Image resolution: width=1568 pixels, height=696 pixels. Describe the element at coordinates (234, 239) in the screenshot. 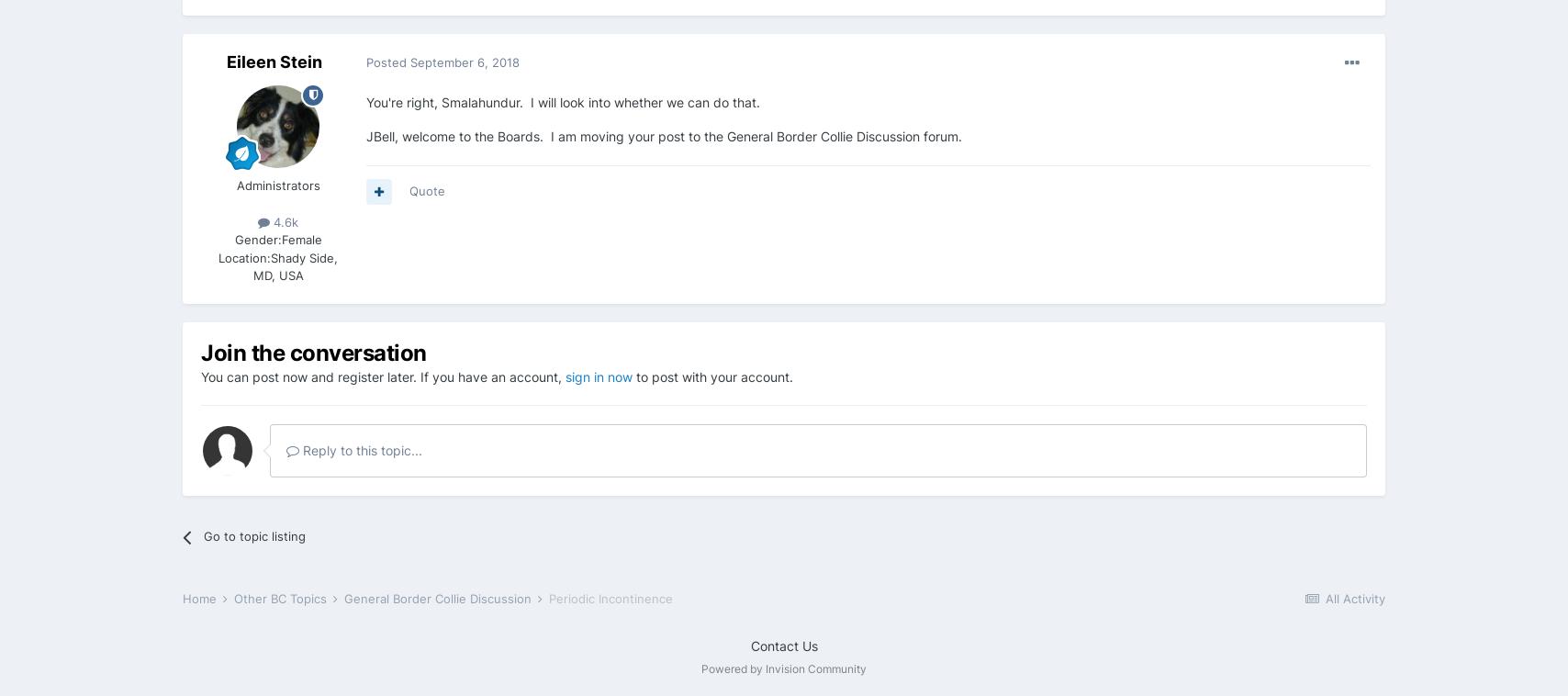

I see `'Gender:'` at that location.